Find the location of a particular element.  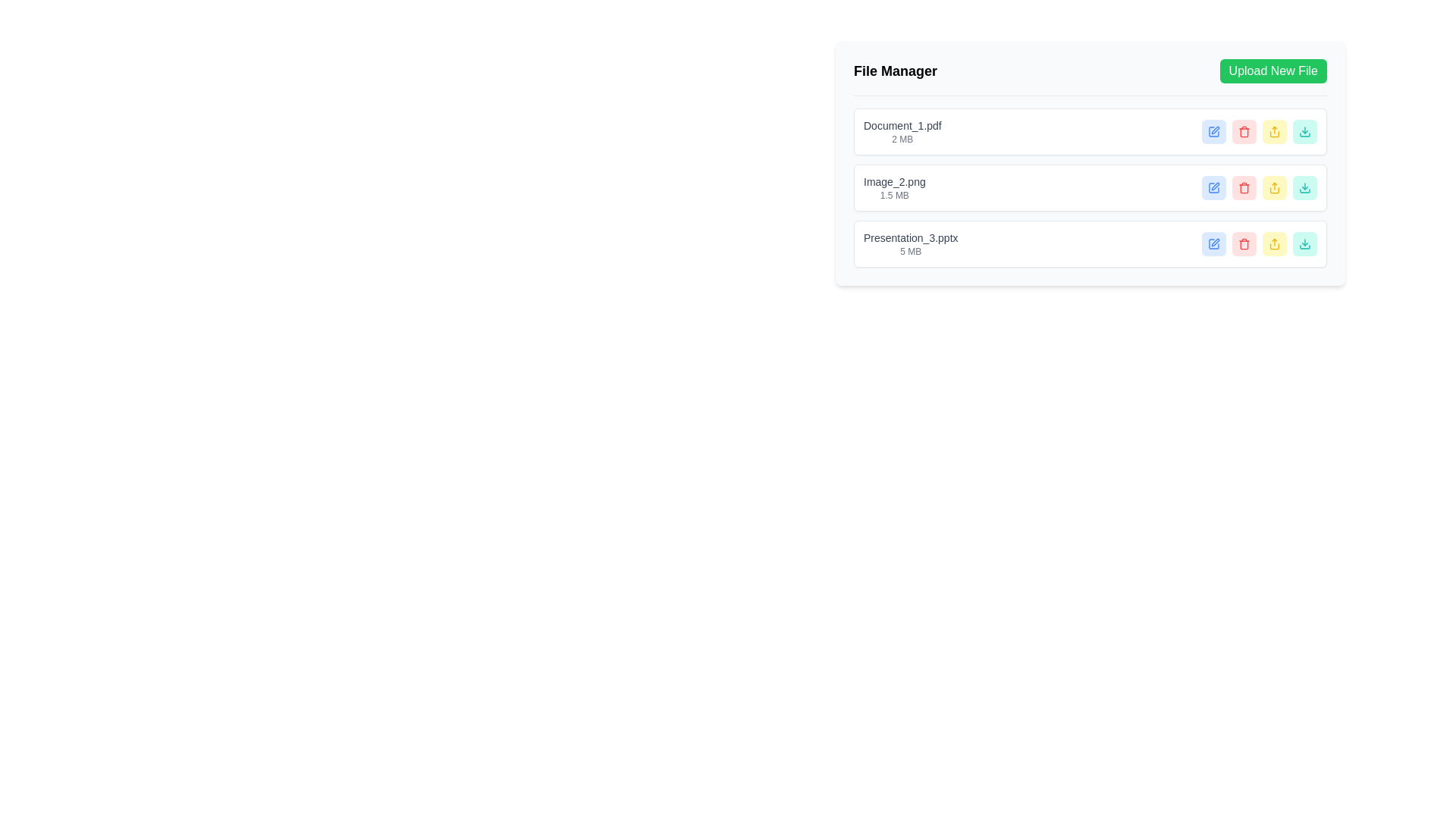

the edit icon (SVG graphic) in the horizontal row of icons next to the 'Presentation_3.pptx' file entry in the 'File Manager' interface is located at coordinates (1216, 242).